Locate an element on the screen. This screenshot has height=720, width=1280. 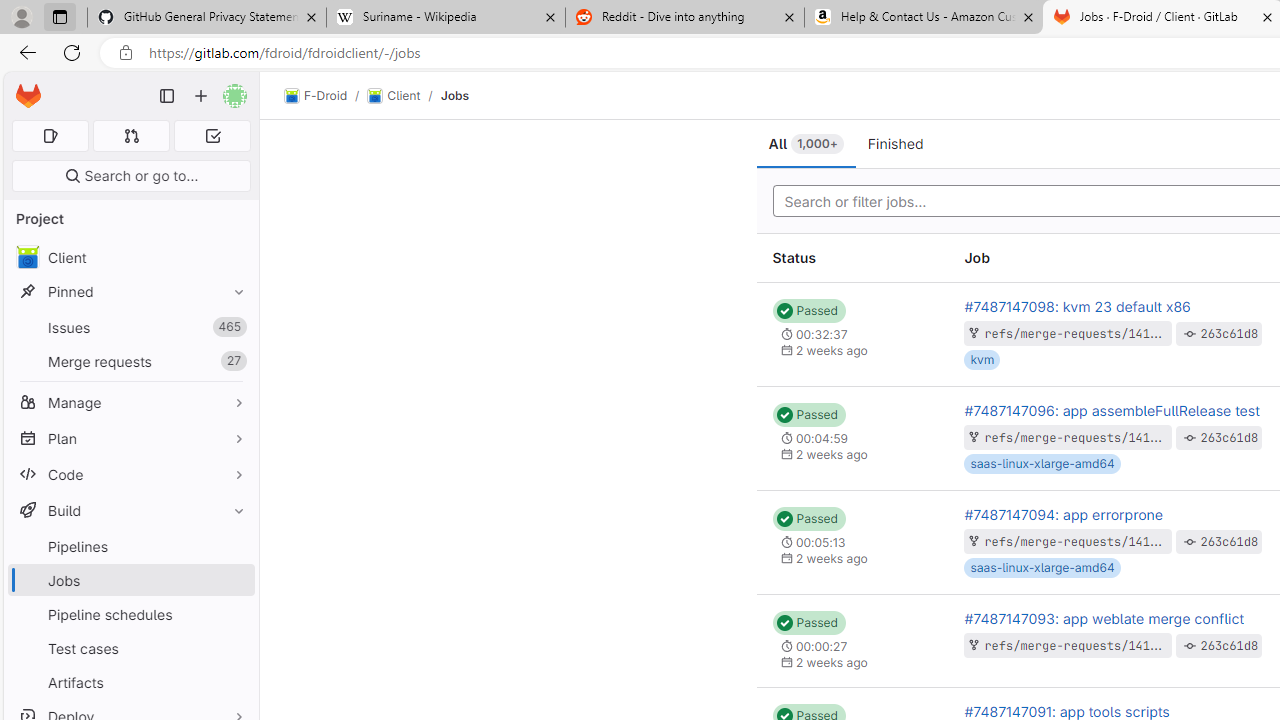
'refs/merge-requests/1411/head' is located at coordinates (1088, 644).